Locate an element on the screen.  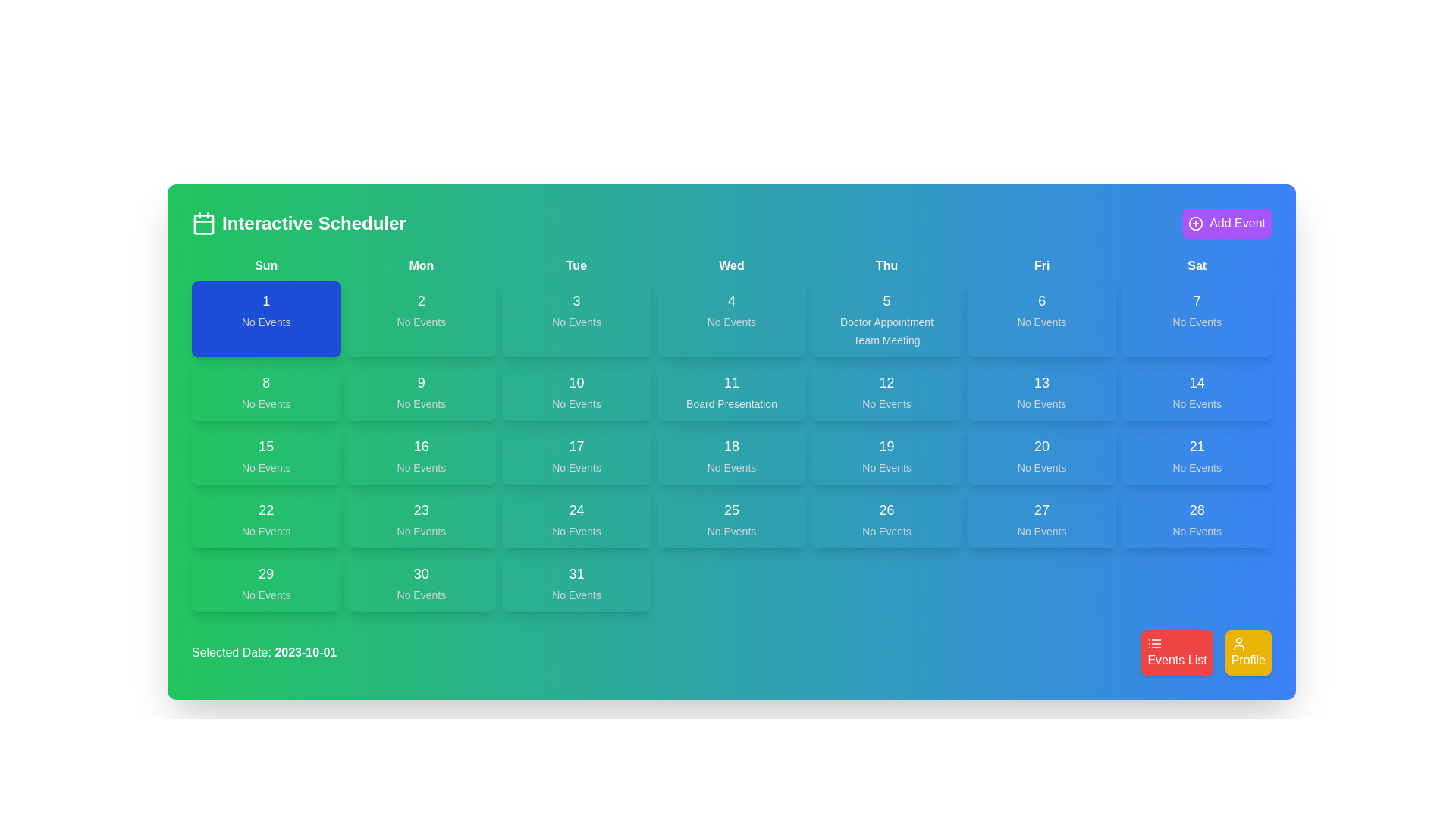
the date indicator label displaying the number '27' in the calendar interface, which is centrally positioned on its button is located at coordinates (1041, 510).